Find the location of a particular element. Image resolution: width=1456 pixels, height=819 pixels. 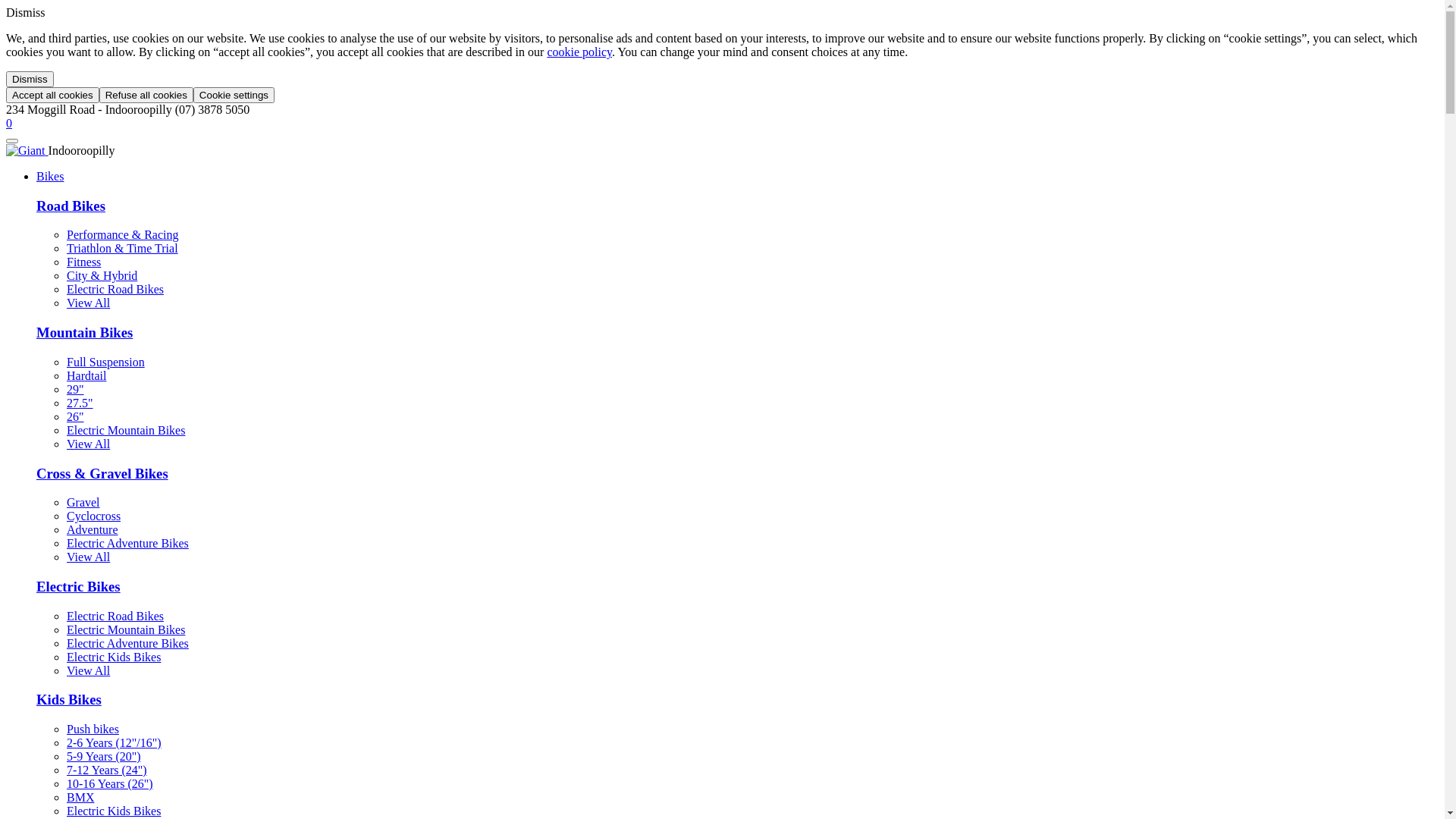

'View All' is located at coordinates (87, 670).